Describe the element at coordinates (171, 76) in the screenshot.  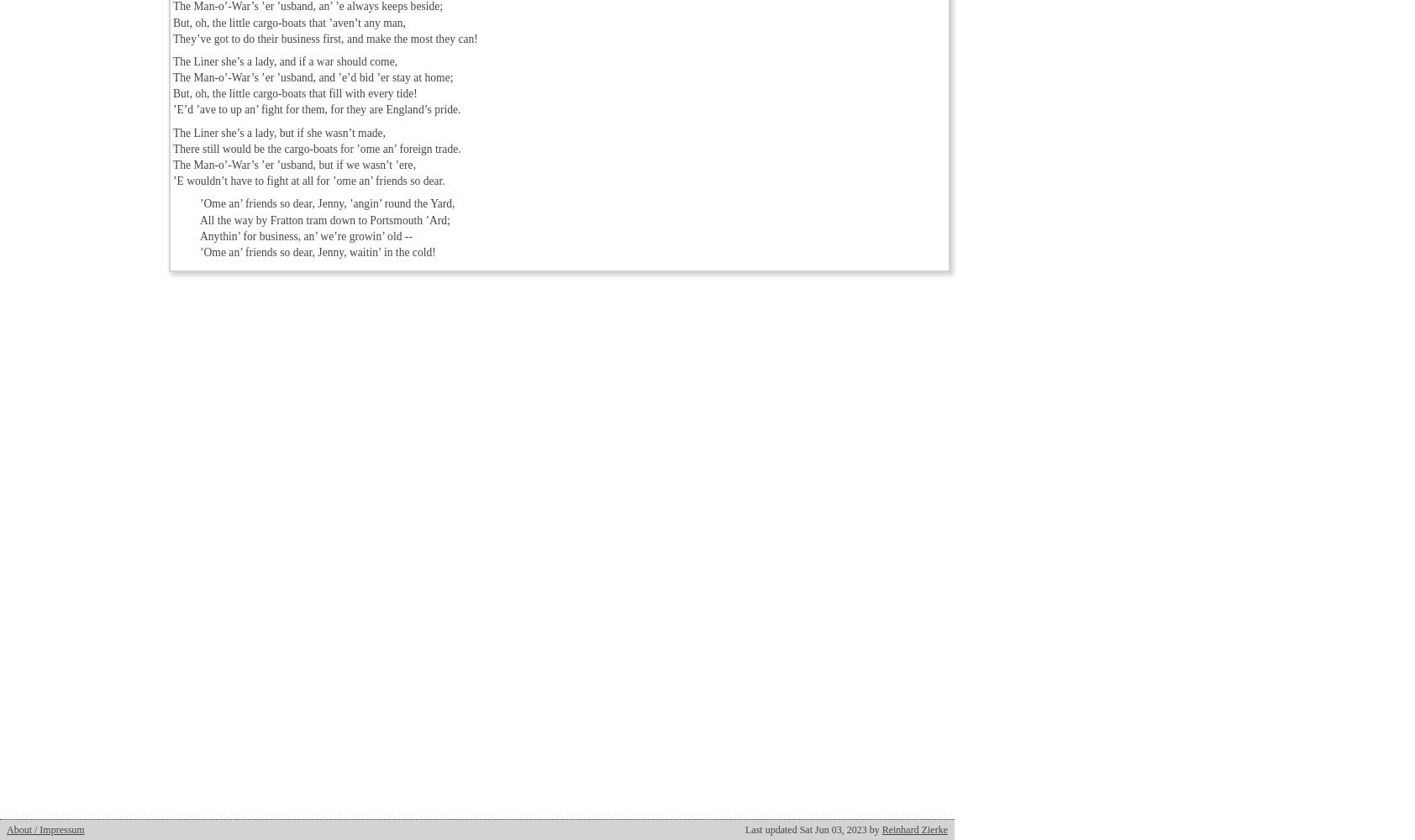
I see `'The Man-o’-War’s ’er ’usband, and ’e’d bid ’er stay at home;'` at that location.